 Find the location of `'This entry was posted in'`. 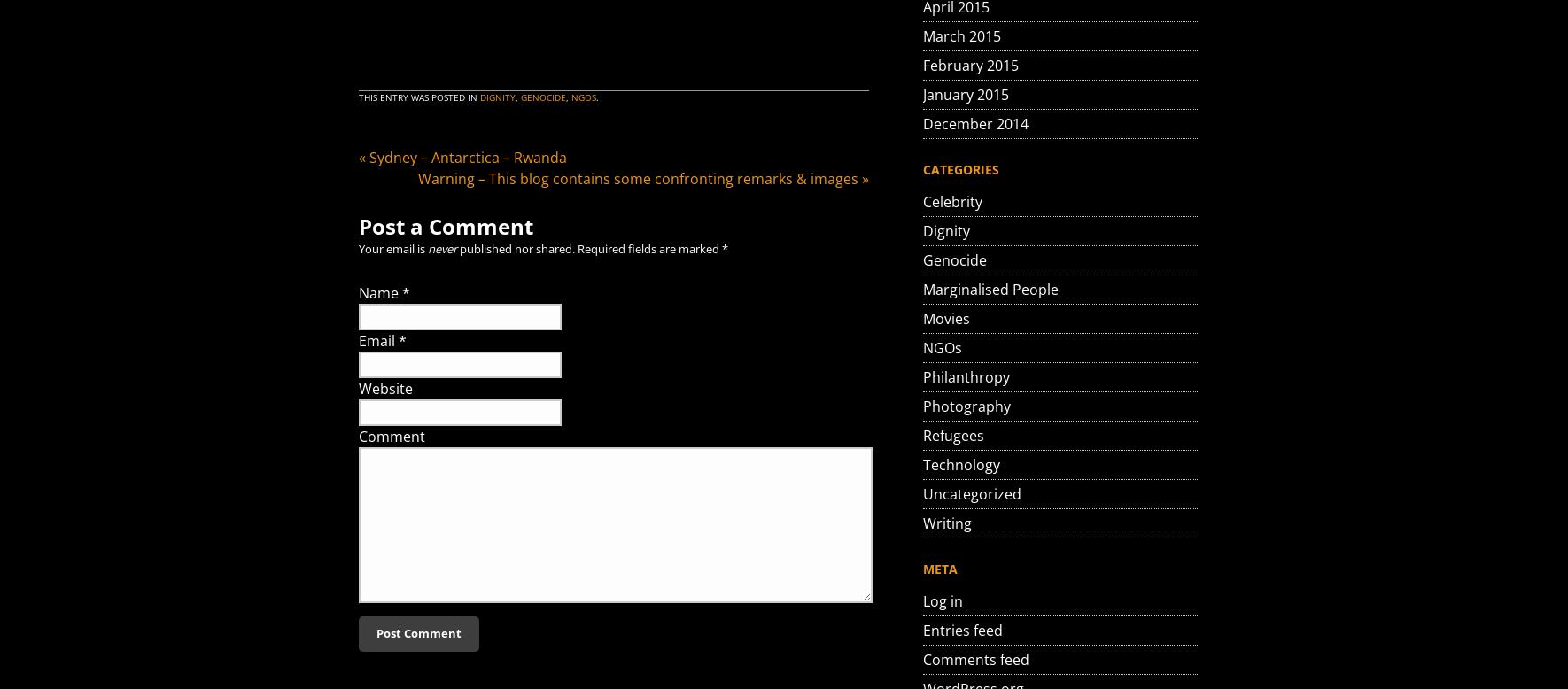

'This entry was posted in' is located at coordinates (419, 97).